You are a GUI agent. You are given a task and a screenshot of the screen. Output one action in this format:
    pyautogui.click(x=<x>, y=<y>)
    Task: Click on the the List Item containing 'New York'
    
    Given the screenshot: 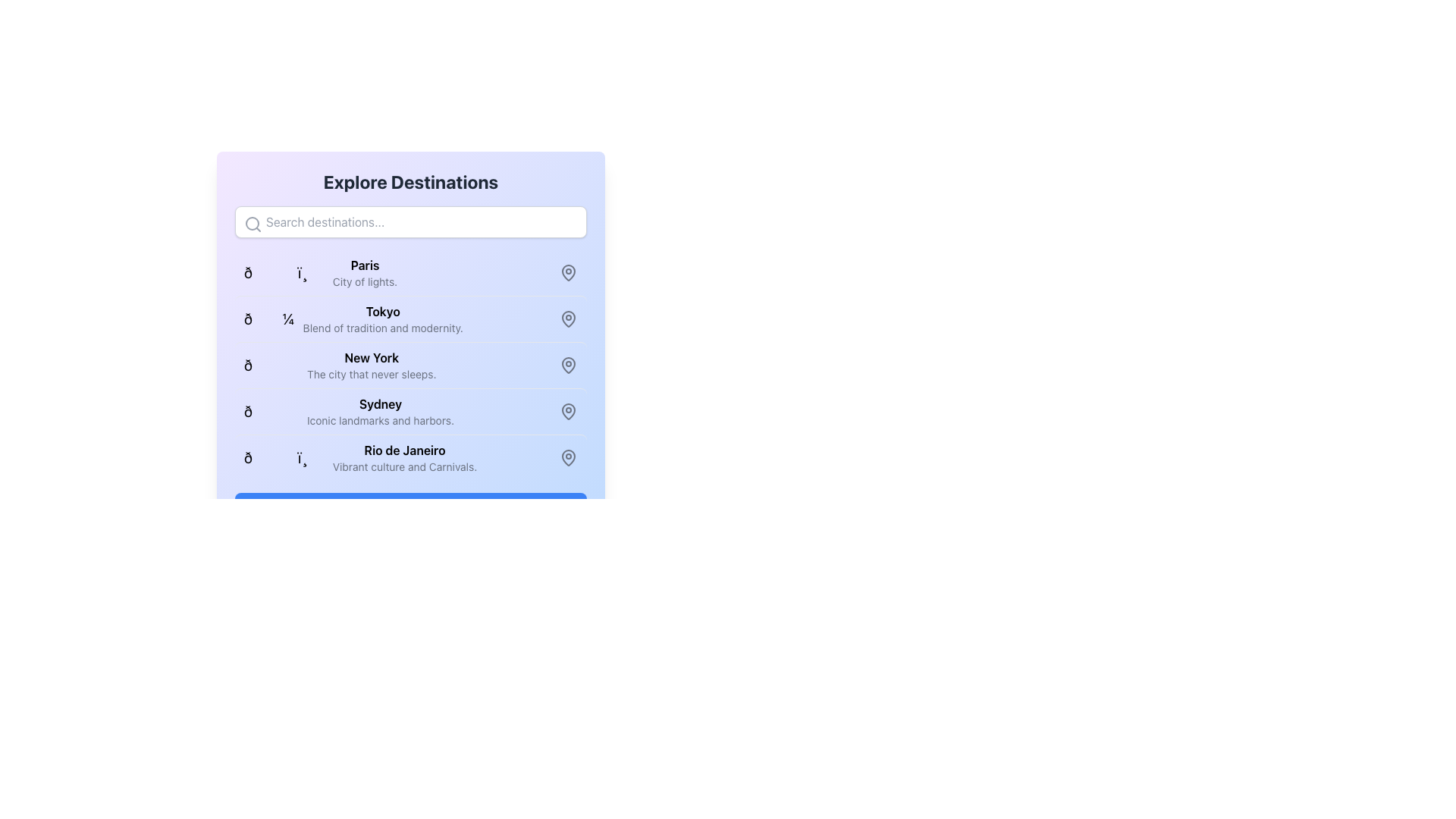 What is the action you would take?
    pyautogui.click(x=372, y=366)
    